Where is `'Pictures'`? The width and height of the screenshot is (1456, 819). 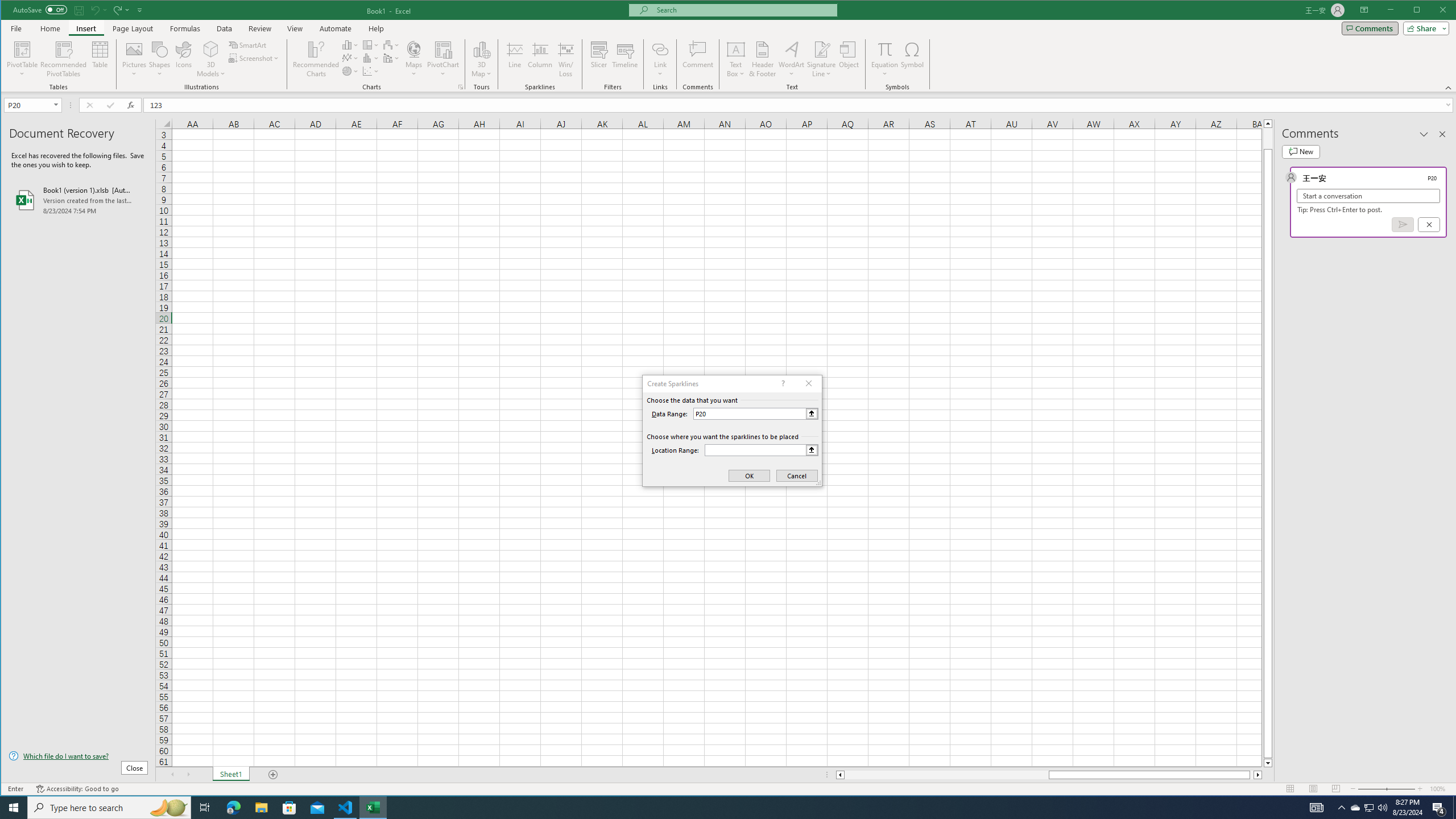 'Pictures' is located at coordinates (134, 59).